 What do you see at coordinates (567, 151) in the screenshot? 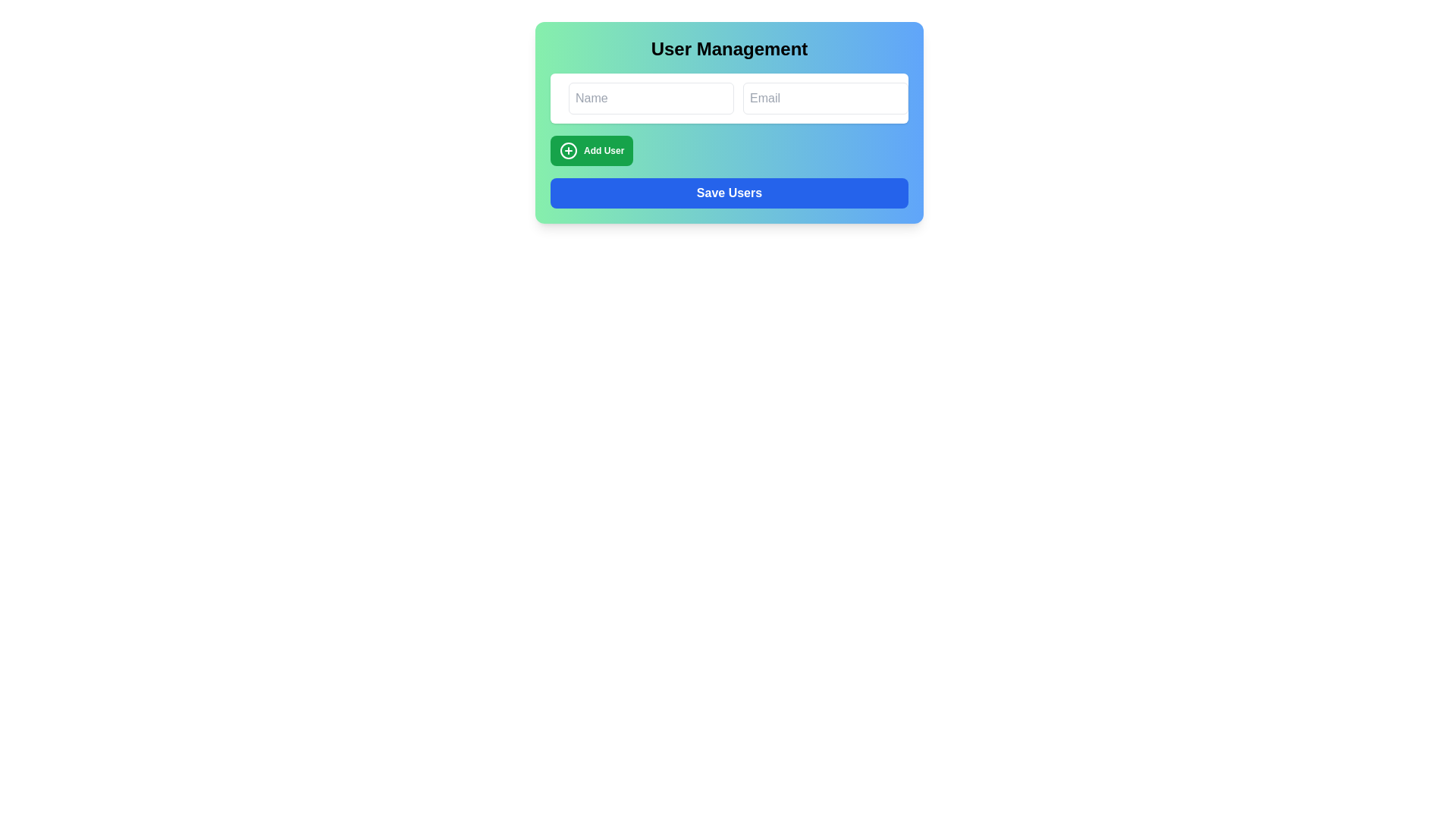
I see `the circular icon with a green background and white plus symbol (+) for visual feedback, which is located to the left of the 'Add User' button` at bounding box center [567, 151].